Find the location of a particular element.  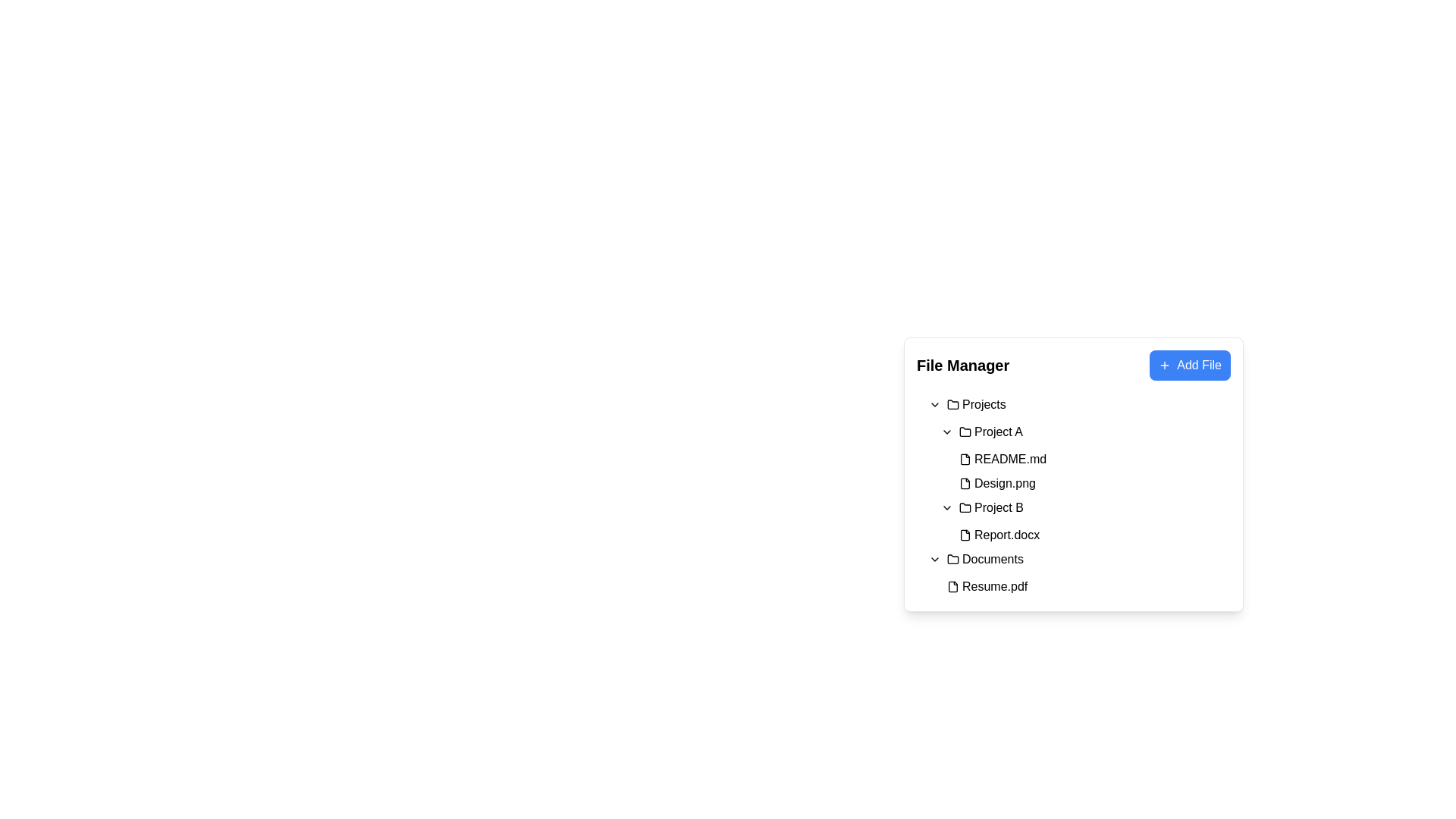

the 'Project B' collapsible folder representation in the file manager is located at coordinates (1084, 508).